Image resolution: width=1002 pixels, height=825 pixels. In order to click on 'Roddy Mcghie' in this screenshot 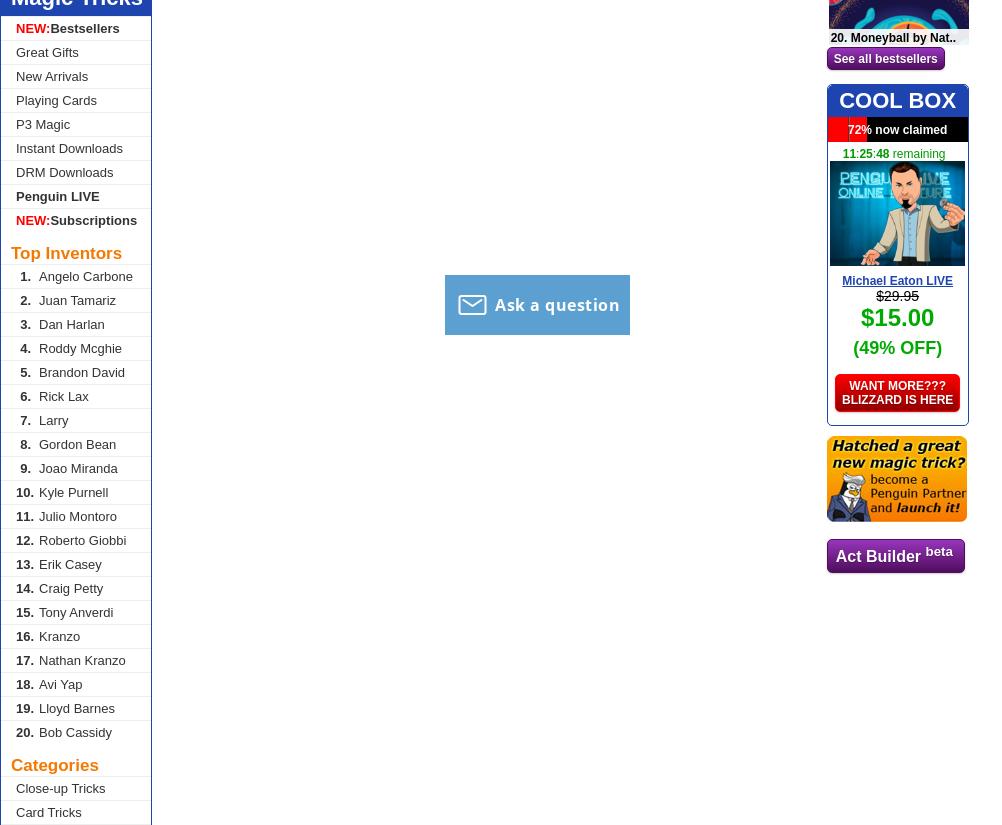, I will do `click(80, 347)`.